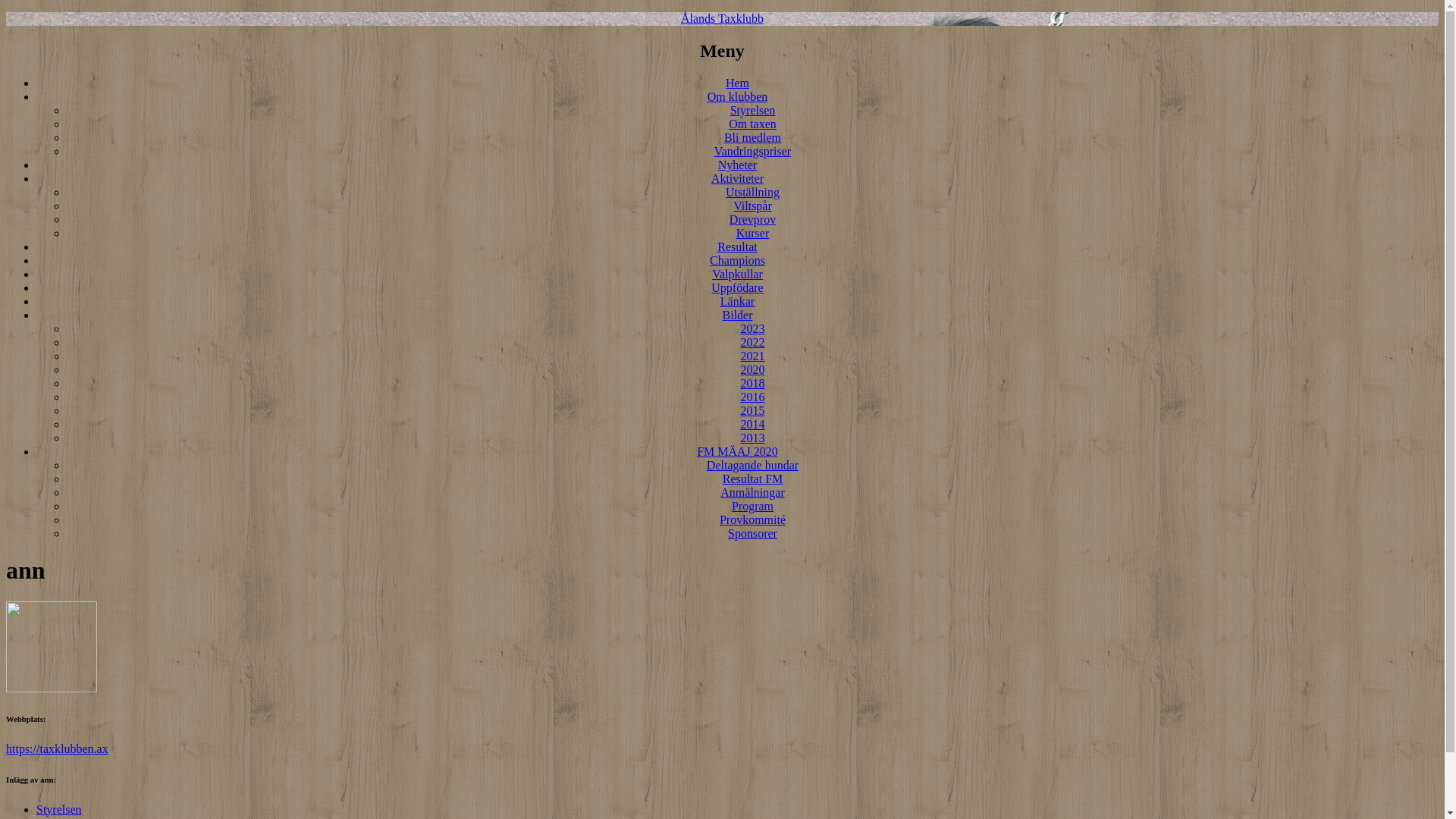 The width and height of the screenshot is (1456, 819). I want to click on 'Deltagande hundar', so click(752, 464).